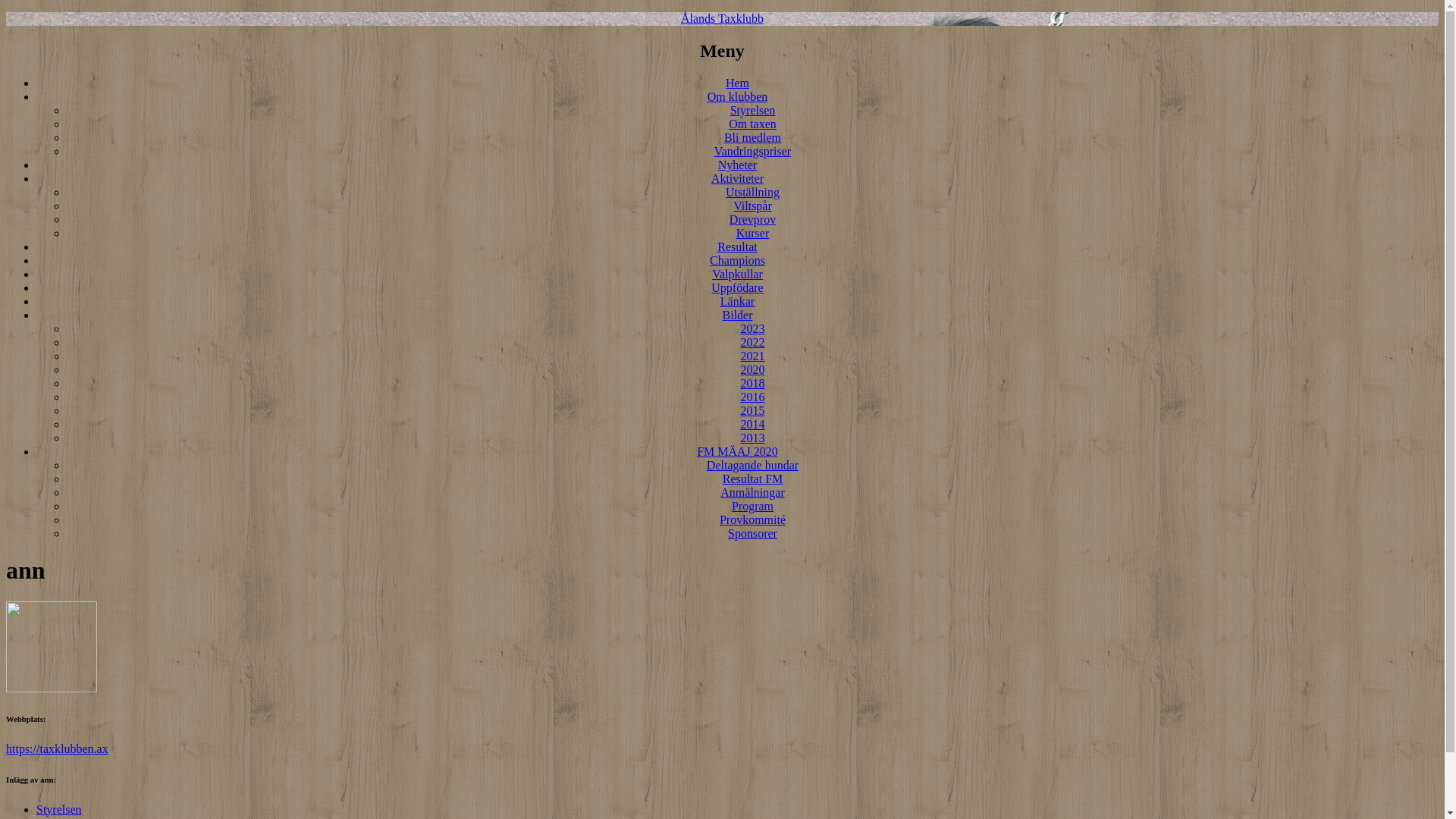 The width and height of the screenshot is (1456, 819). I want to click on 'Deltagande hundar', so click(752, 464).